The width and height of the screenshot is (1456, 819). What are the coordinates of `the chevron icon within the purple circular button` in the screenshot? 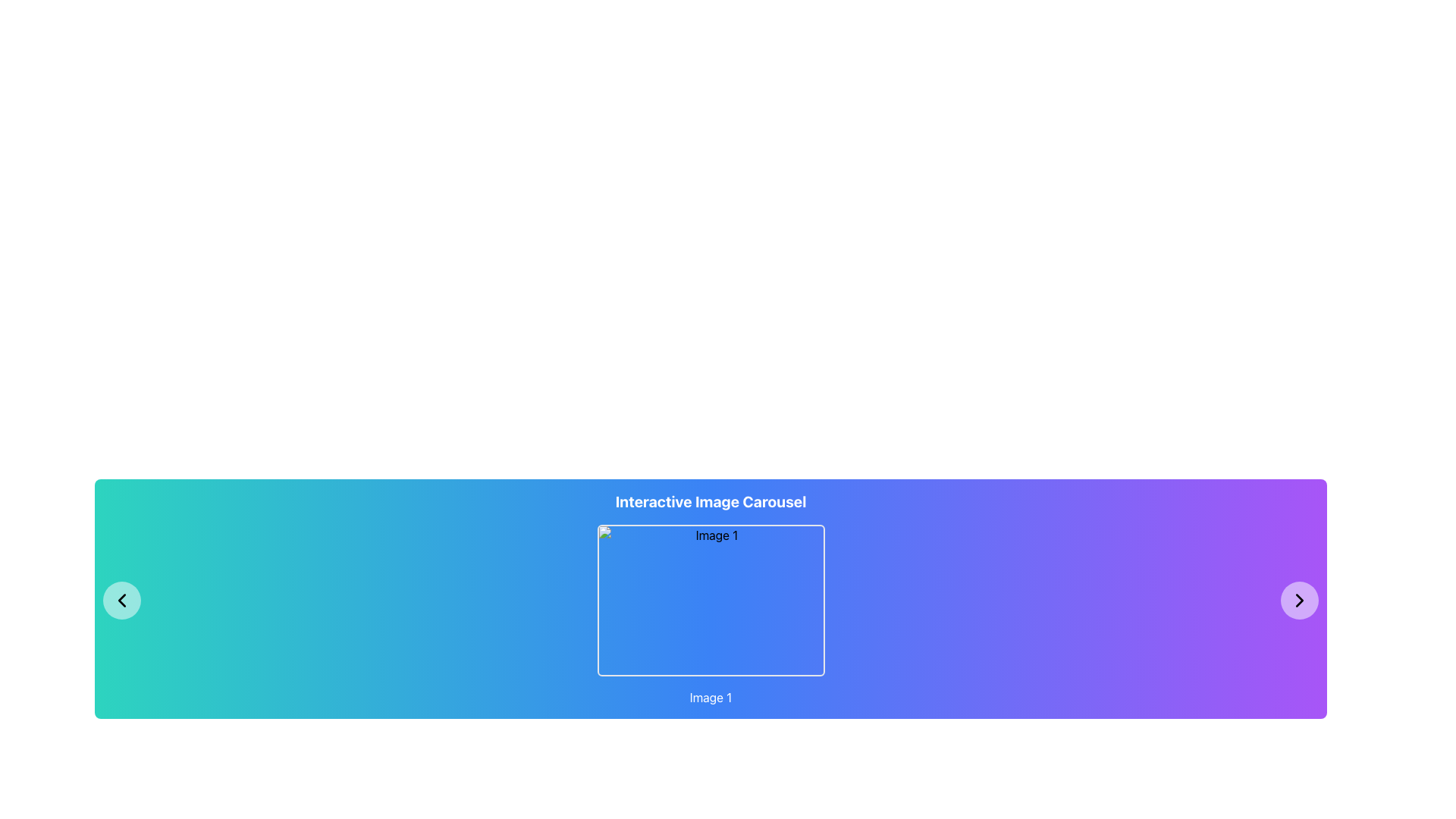 It's located at (1298, 599).